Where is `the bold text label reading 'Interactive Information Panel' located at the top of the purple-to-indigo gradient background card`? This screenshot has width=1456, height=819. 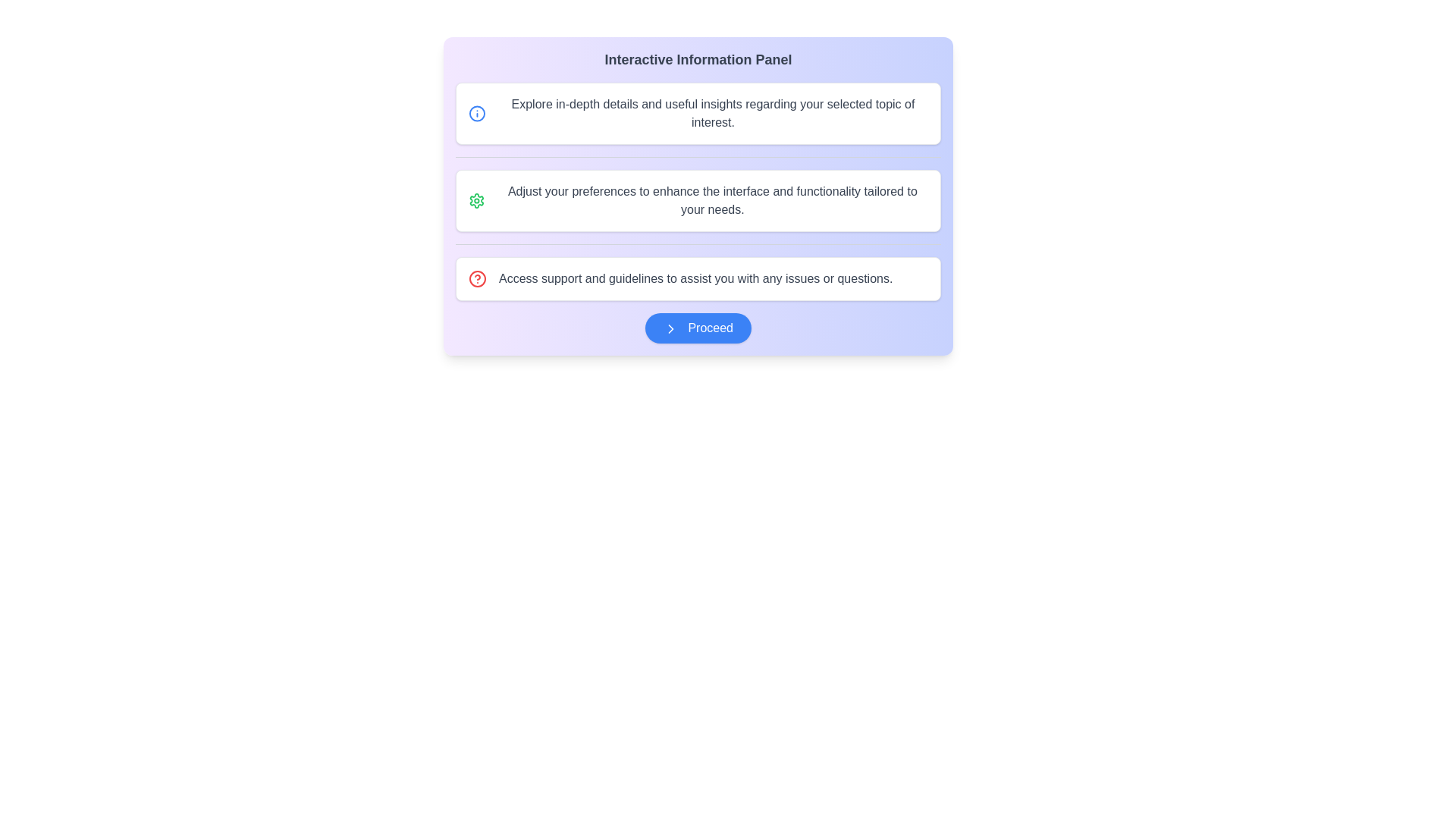
the bold text label reading 'Interactive Information Panel' located at the top of the purple-to-indigo gradient background card is located at coordinates (698, 58).